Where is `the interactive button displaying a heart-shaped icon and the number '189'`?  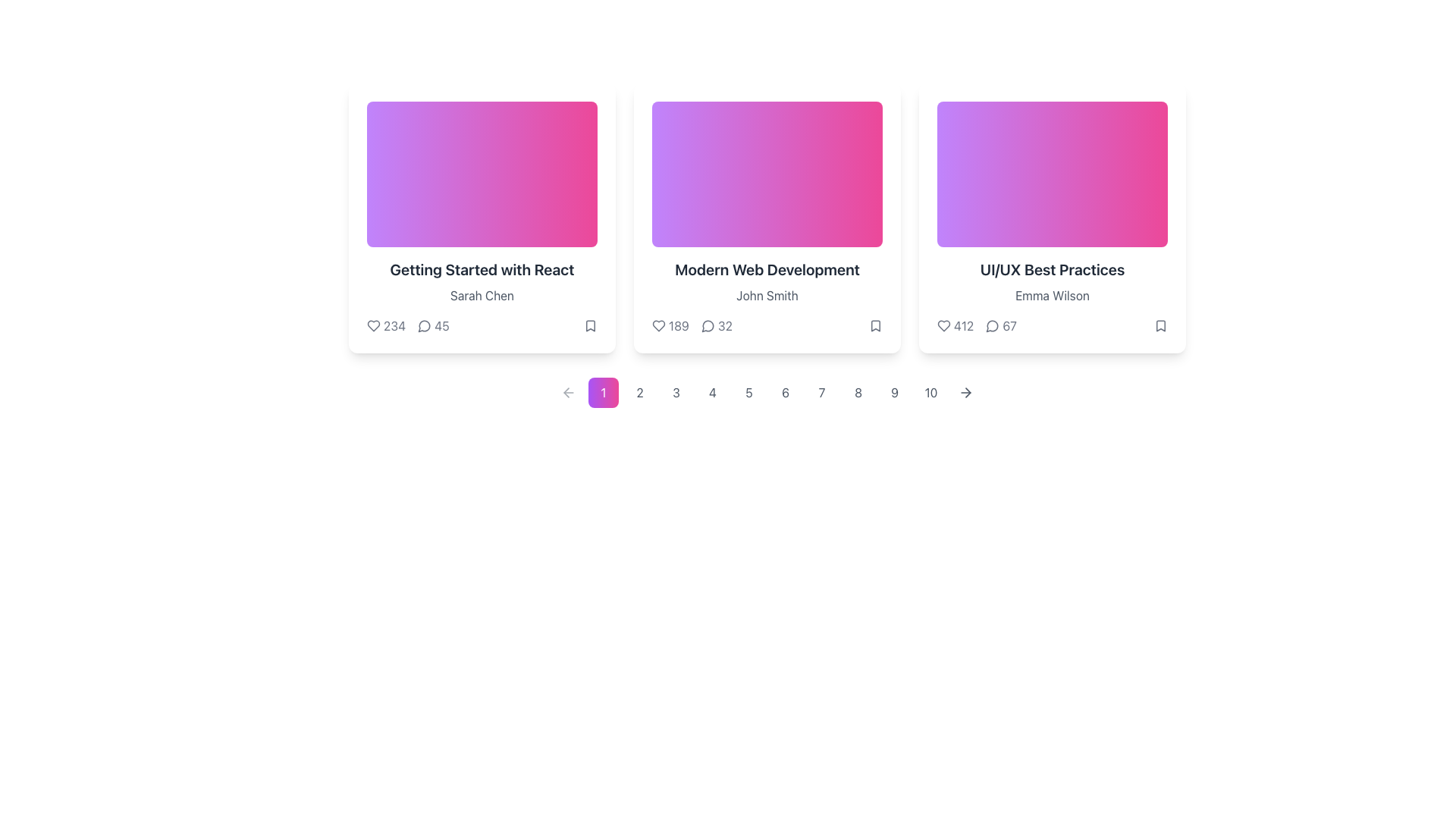 the interactive button displaying a heart-shaped icon and the number '189' is located at coordinates (670, 325).